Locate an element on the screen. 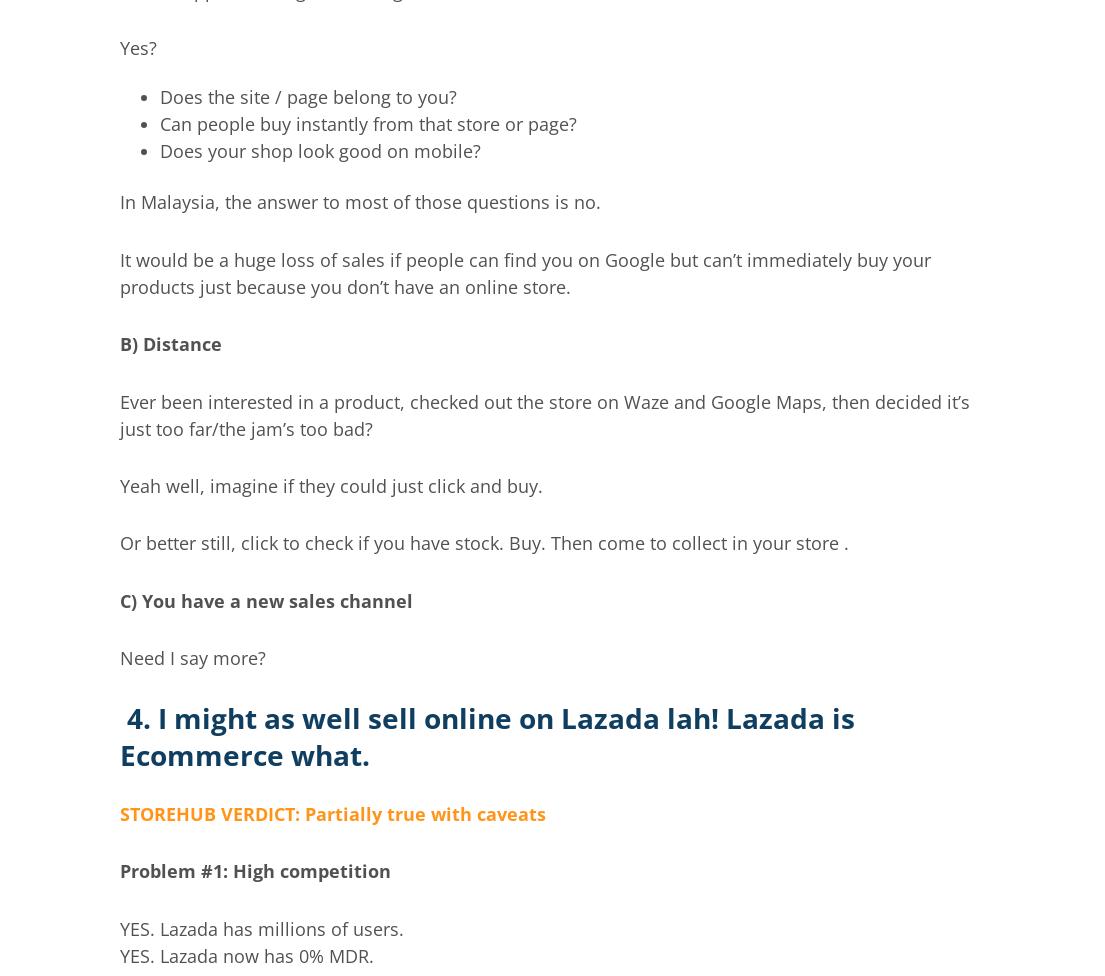 This screenshot has width=1105, height=976. 'Problem #1: High competition' is located at coordinates (255, 869).